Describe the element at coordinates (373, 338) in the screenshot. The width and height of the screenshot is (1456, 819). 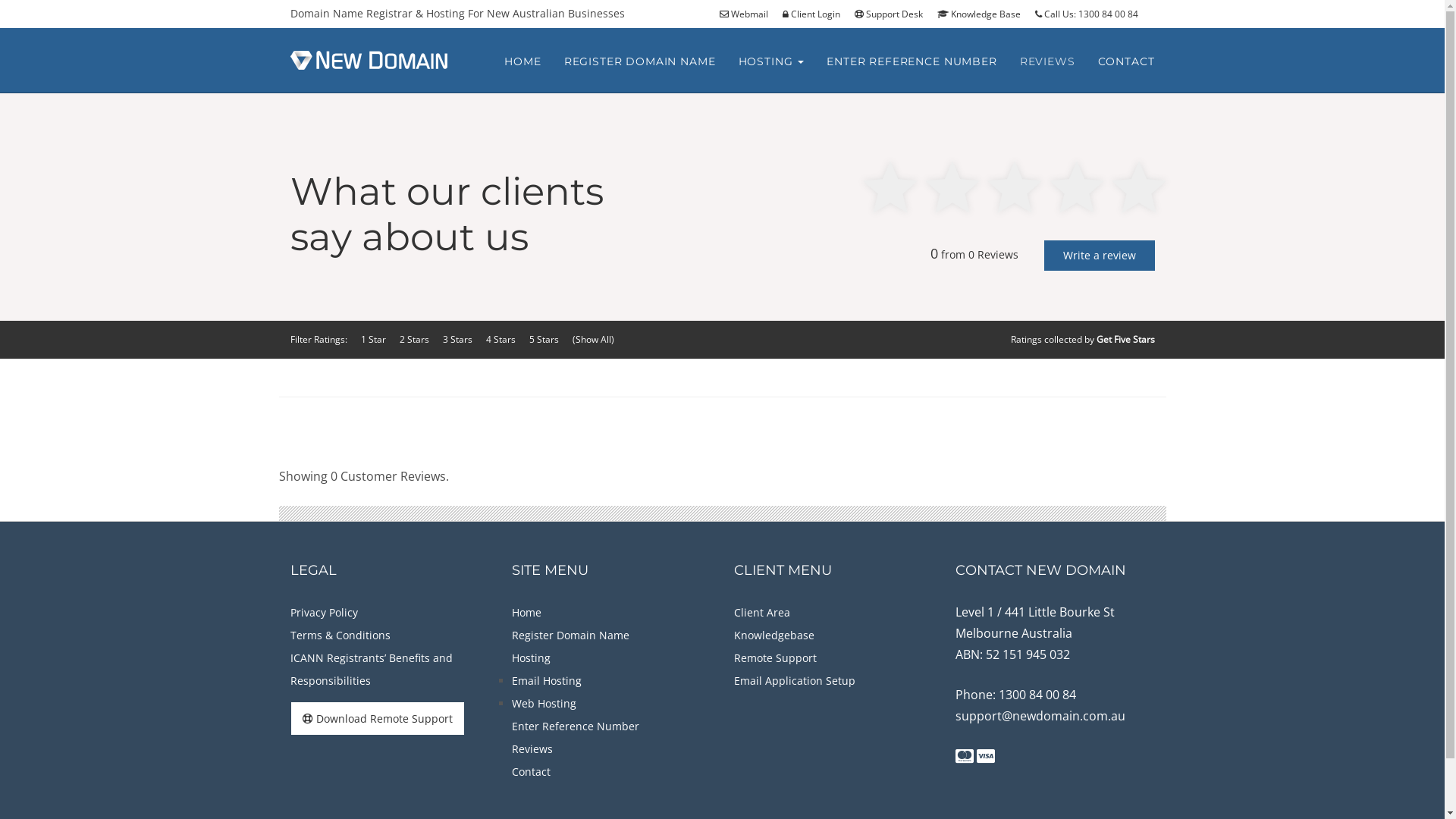
I see `'1 Star'` at that location.